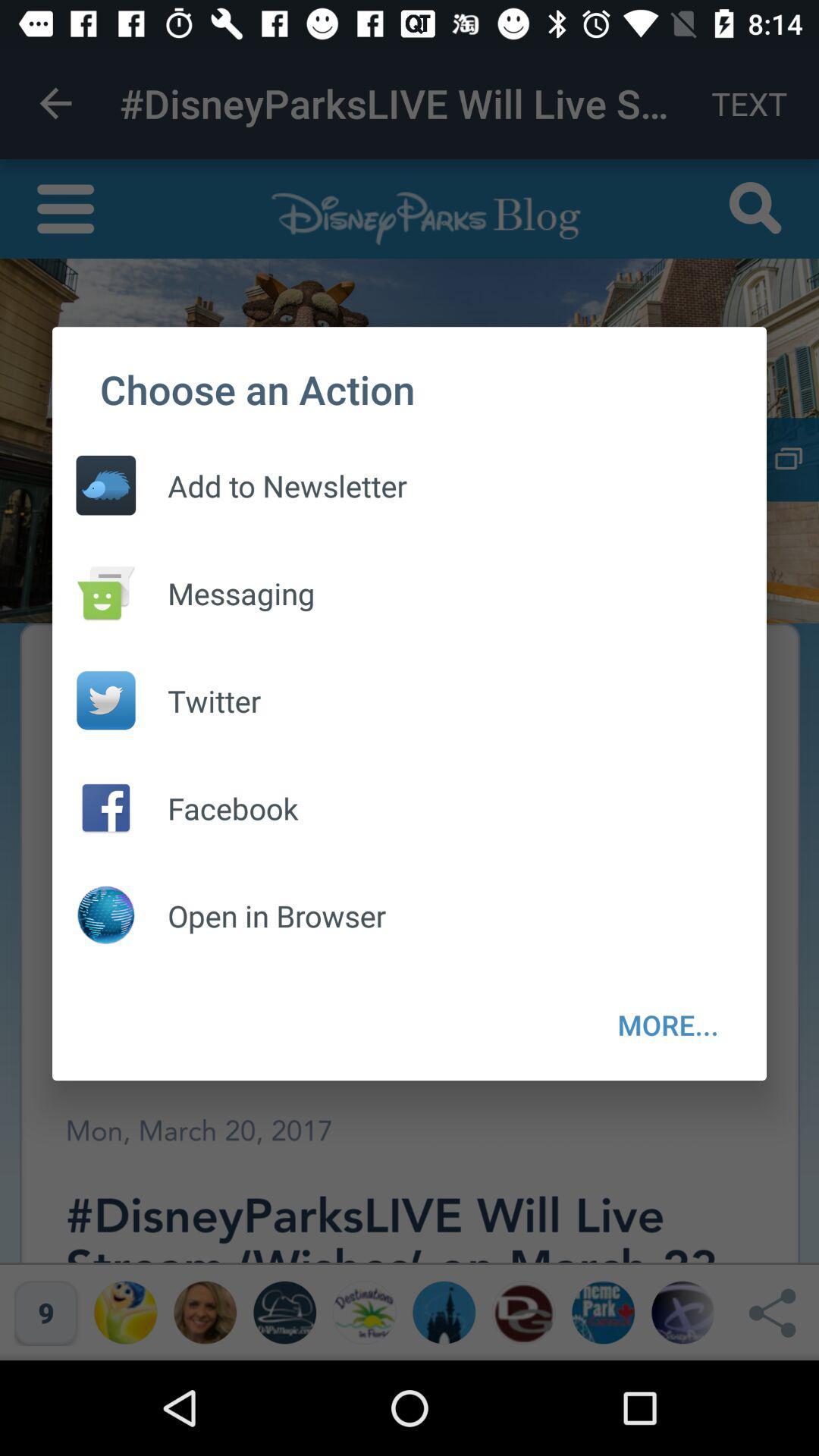 Image resolution: width=819 pixels, height=1456 pixels. Describe the element at coordinates (667, 1025) in the screenshot. I see `the icon at the bottom right corner` at that location.